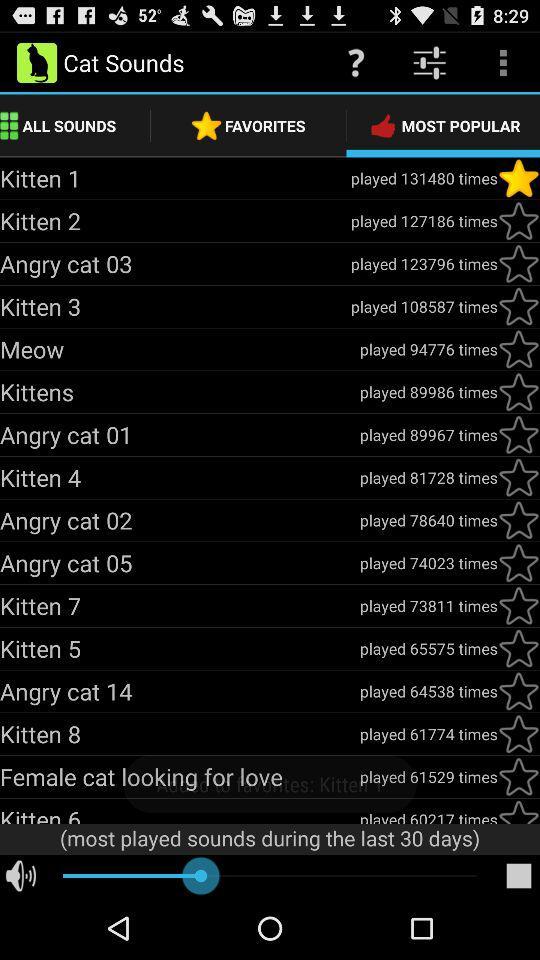  What do you see at coordinates (20, 937) in the screenshot?
I see `the volume icon` at bounding box center [20, 937].